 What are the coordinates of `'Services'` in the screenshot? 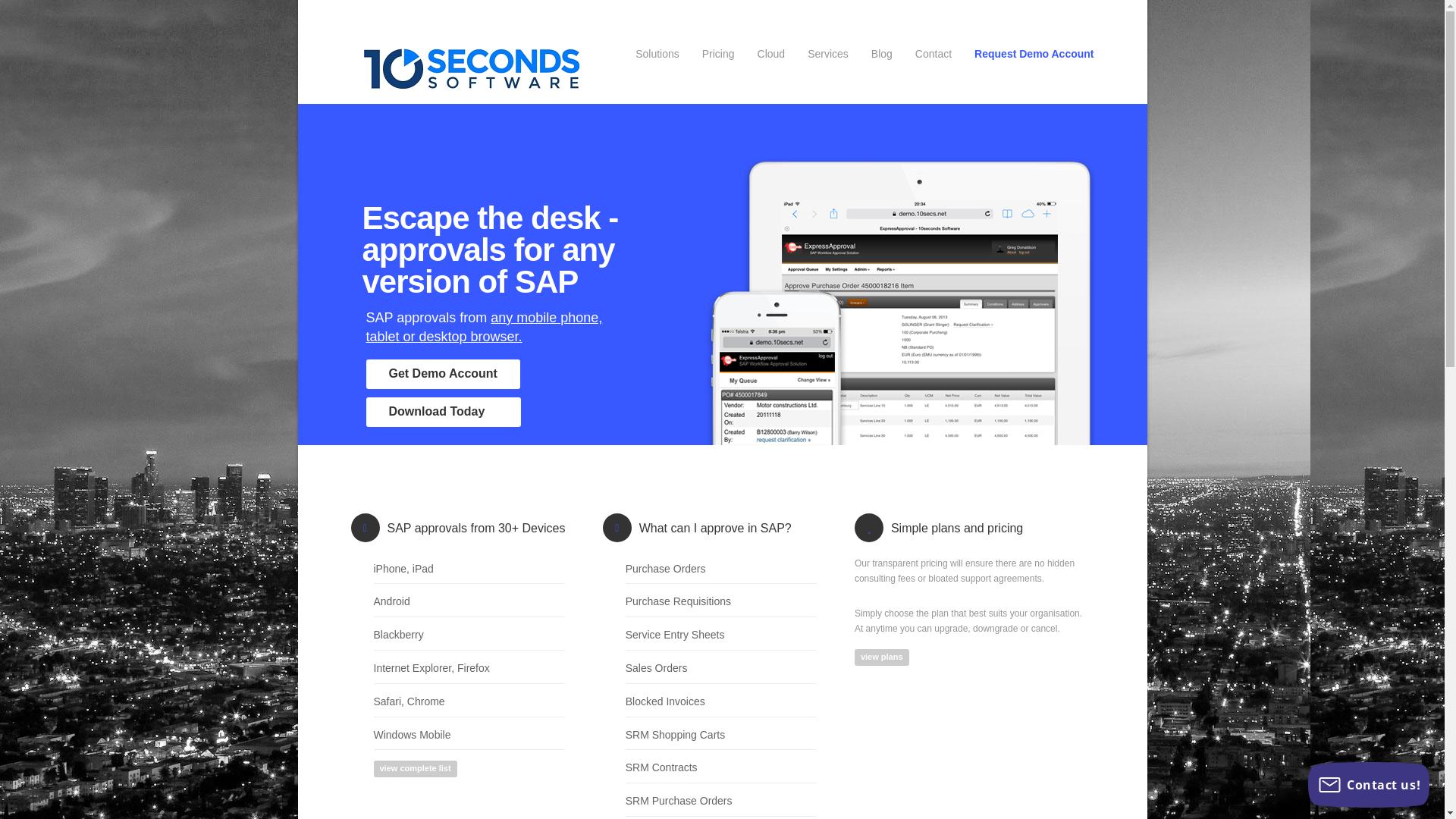 It's located at (827, 55).